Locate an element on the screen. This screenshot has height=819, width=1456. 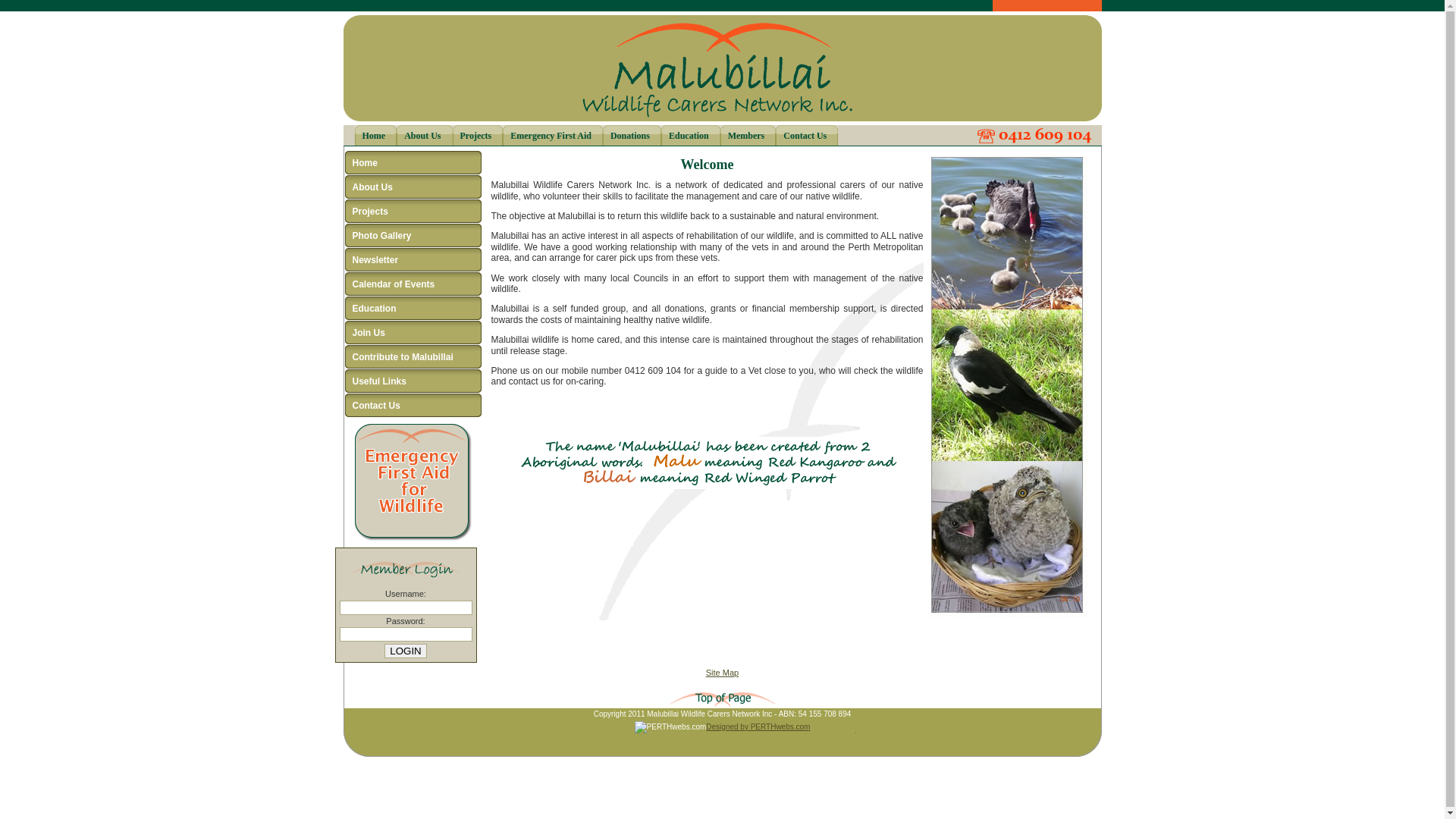
'Site Map' is located at coordinates (721, 672).